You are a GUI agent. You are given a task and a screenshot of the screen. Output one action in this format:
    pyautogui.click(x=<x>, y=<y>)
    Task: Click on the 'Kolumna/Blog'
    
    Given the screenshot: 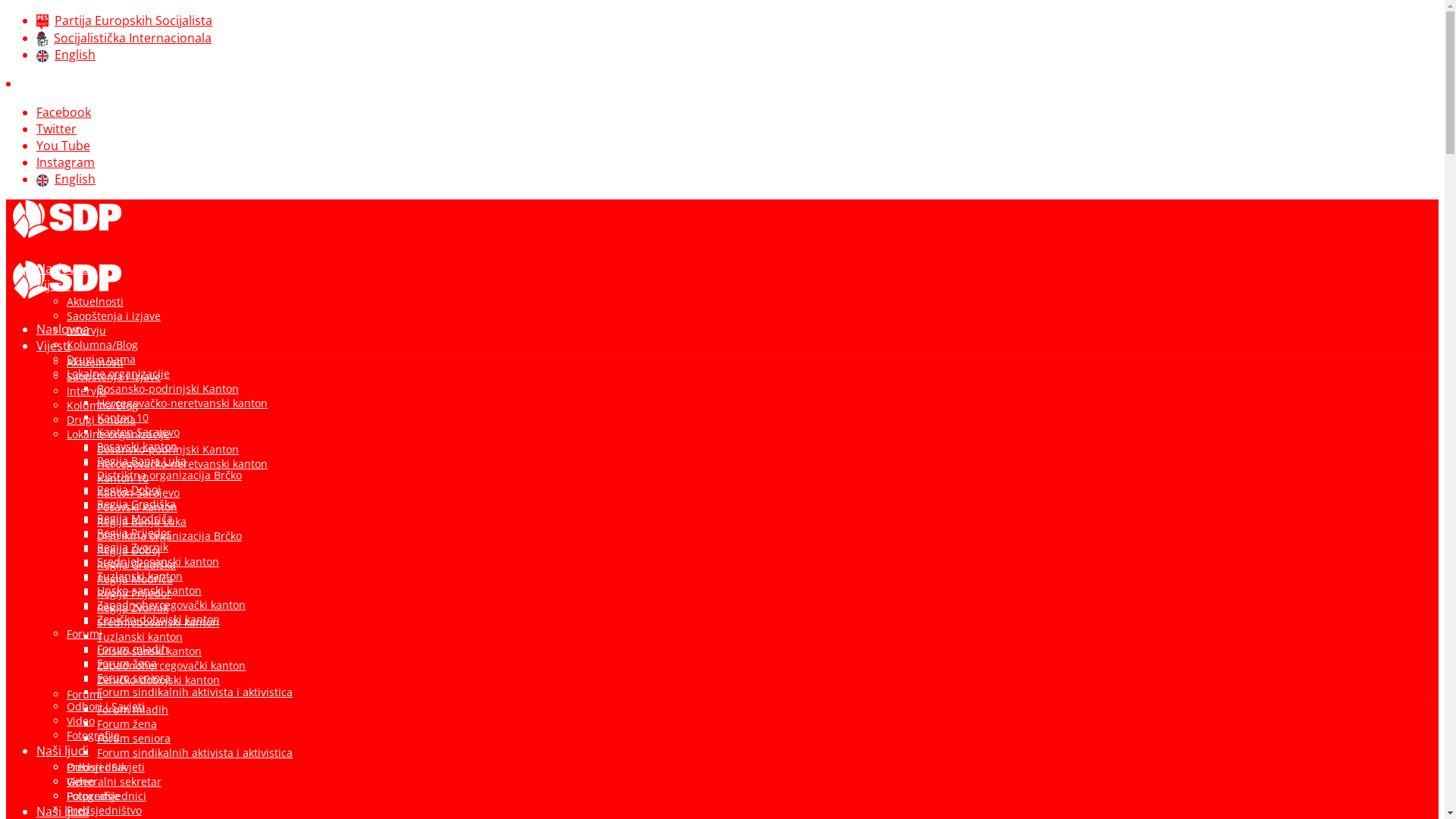 What is the action you would take?
    pyautogui.click(x=101, y=344)
    